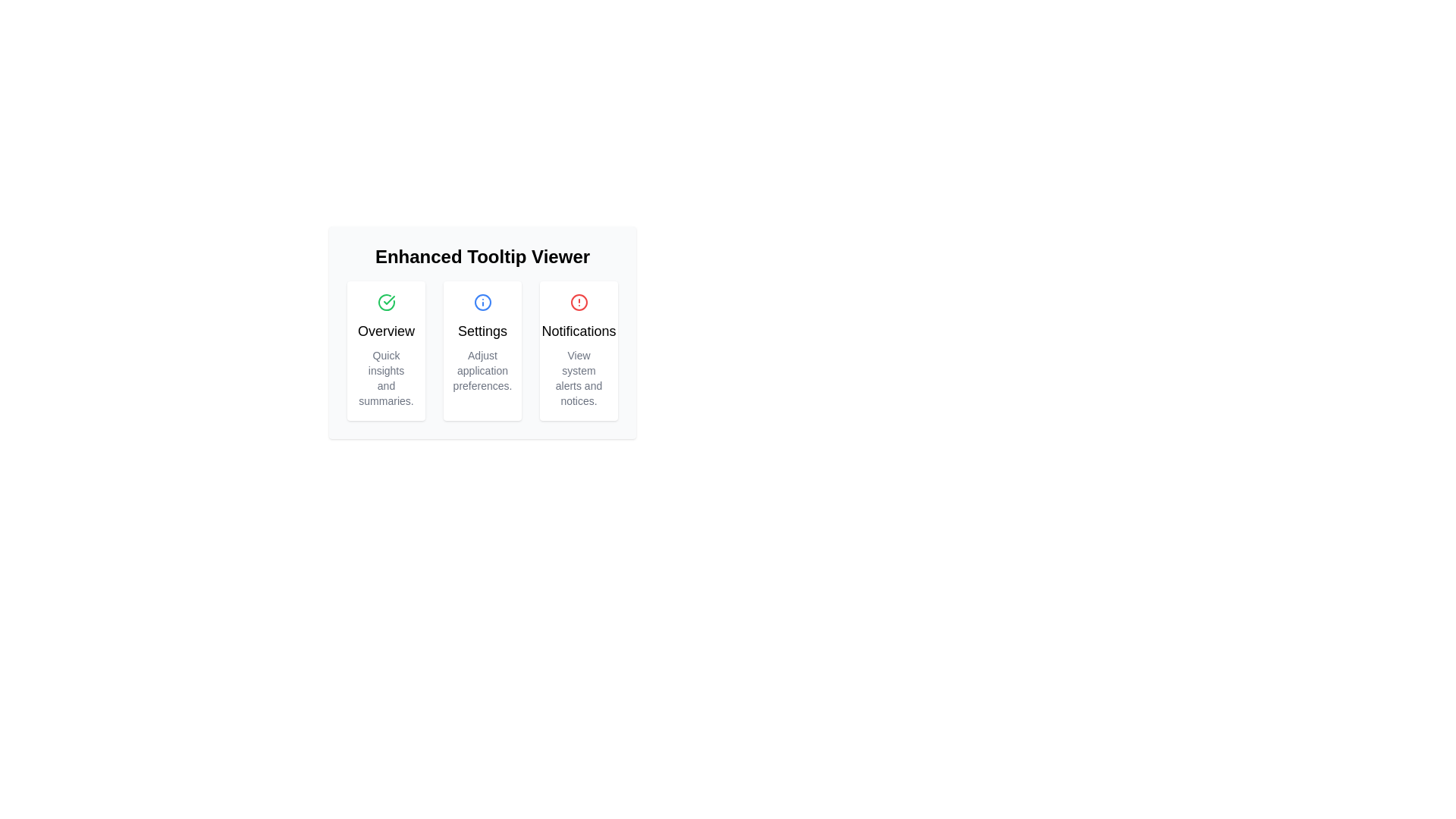 This screenshot has height=819, width=1456. What do you see at coordinates (386, 377) in the screenshot?
I see `text label that displays 'Quick insights and summaries.' located at the bottom of the card titled 'Overview'` at bounding box center [386, 377].